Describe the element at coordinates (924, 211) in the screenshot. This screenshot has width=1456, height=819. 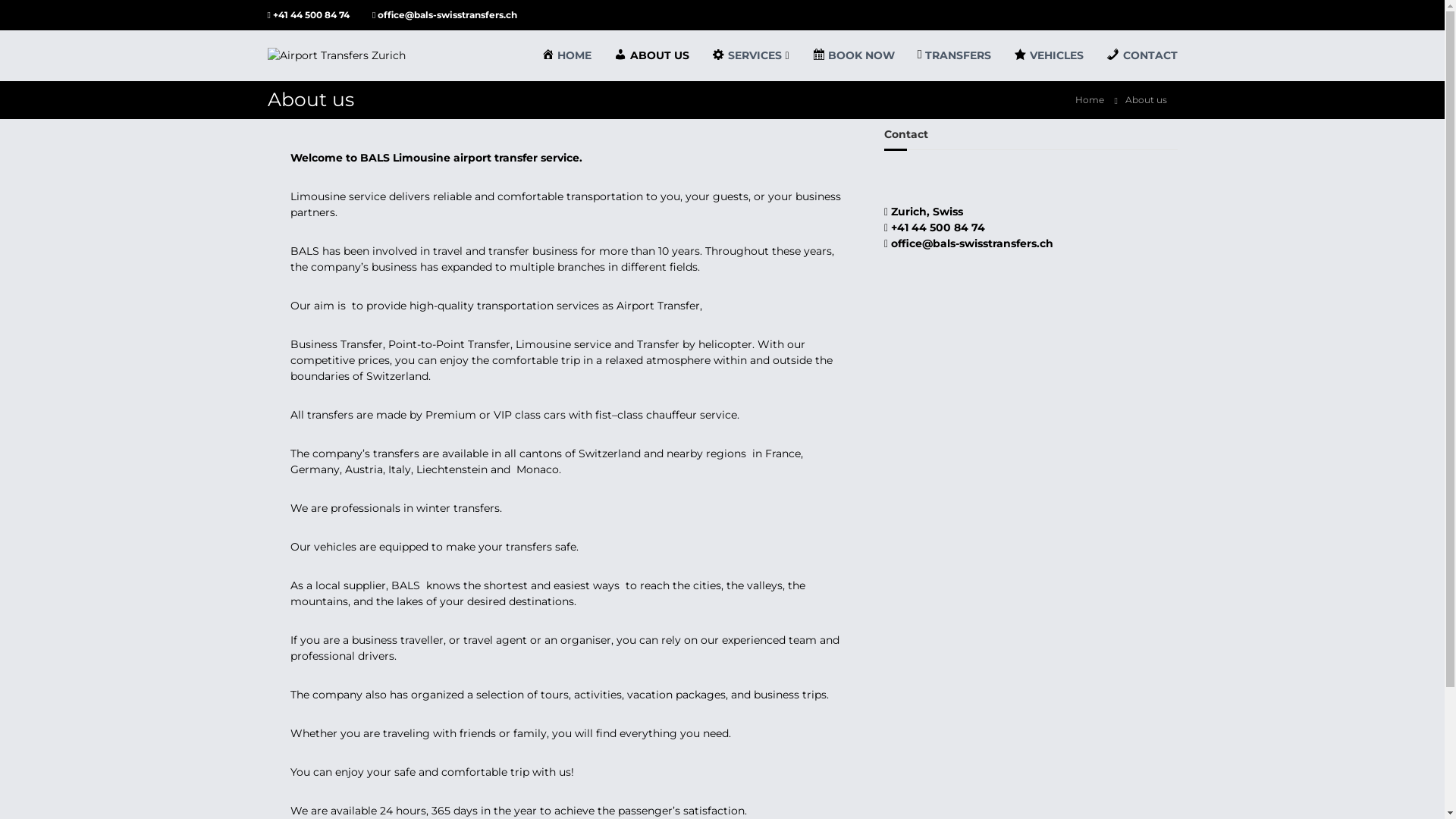
I see `'Zurich, Swiss'` at that location.